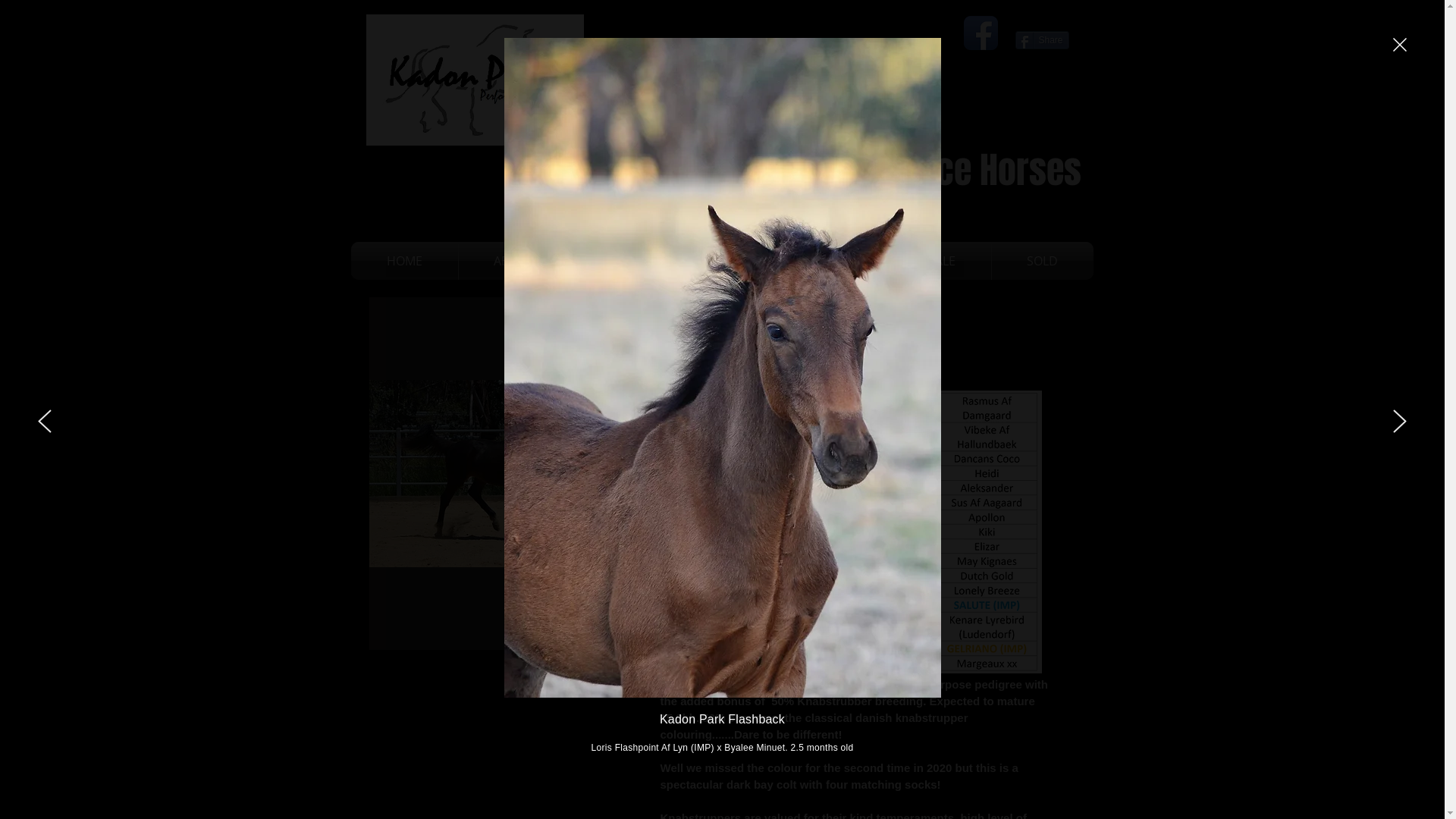 This screenshot has width=1456, height=819. I want to click on 'Facebook Like', so click(1015, 17).